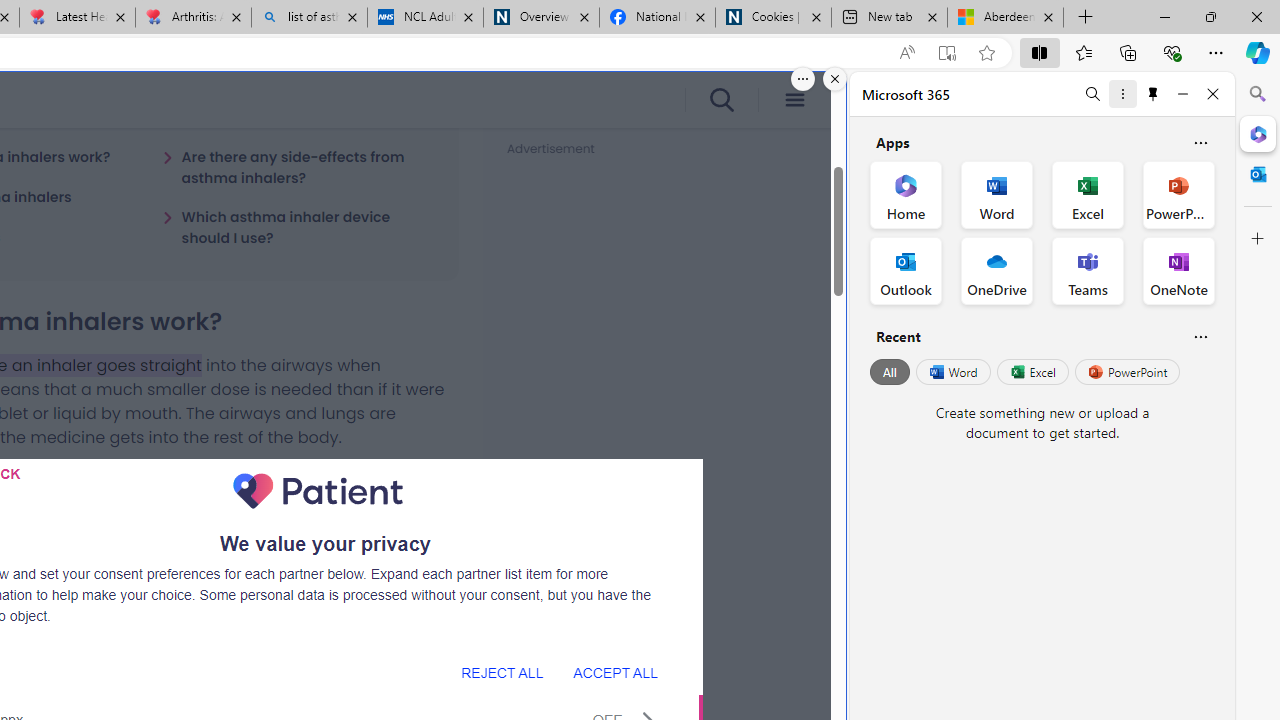 The width and height of the screenshot is (1280, 720). Describe the element at coordinates (502, 672) in the screenshot. I see `'REJECT ALL'` at that location.